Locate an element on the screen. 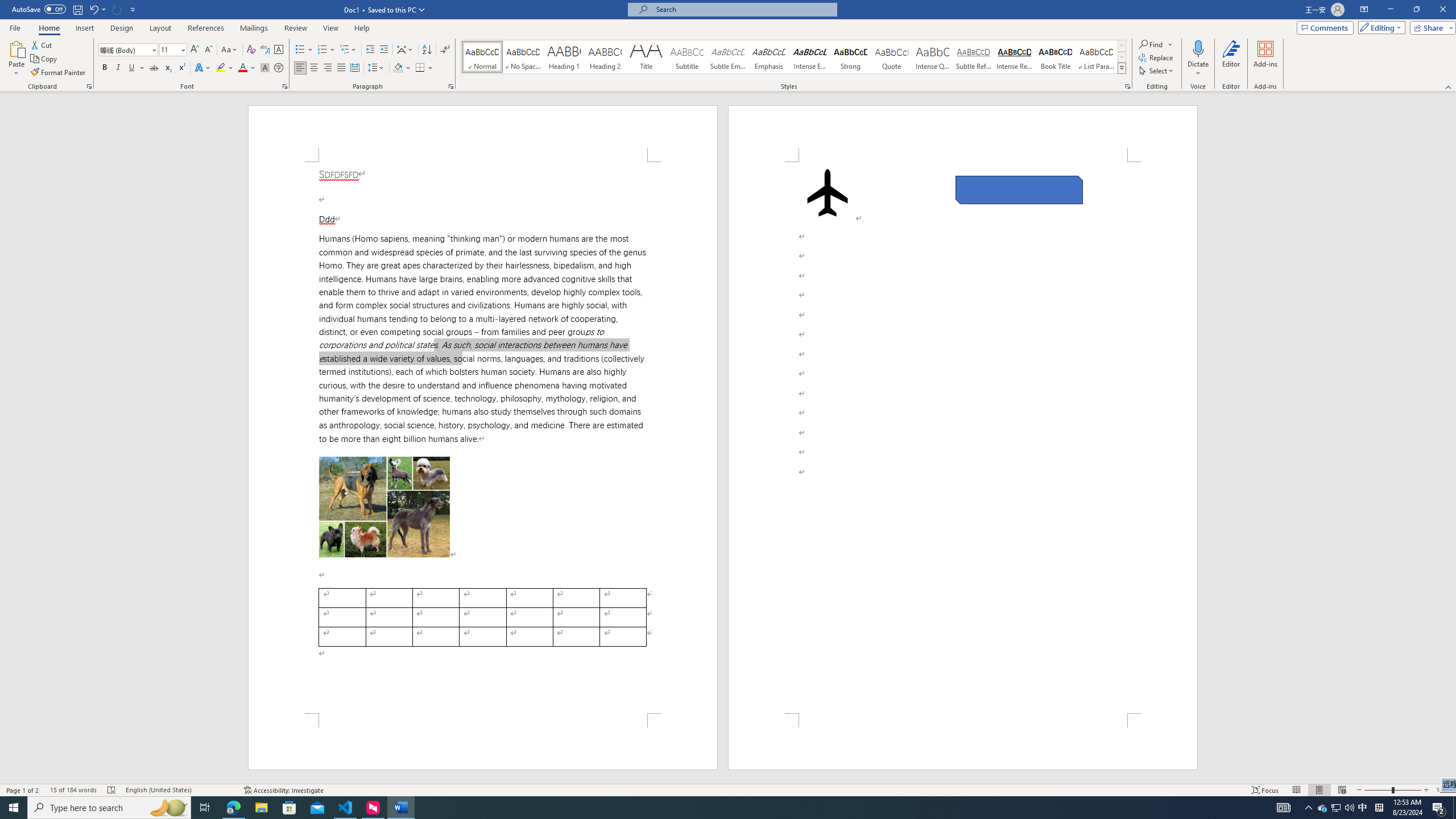 The width and height of the screenshot is (1456, 819). 'Strikethrough' is located at coordinates (154, 67).